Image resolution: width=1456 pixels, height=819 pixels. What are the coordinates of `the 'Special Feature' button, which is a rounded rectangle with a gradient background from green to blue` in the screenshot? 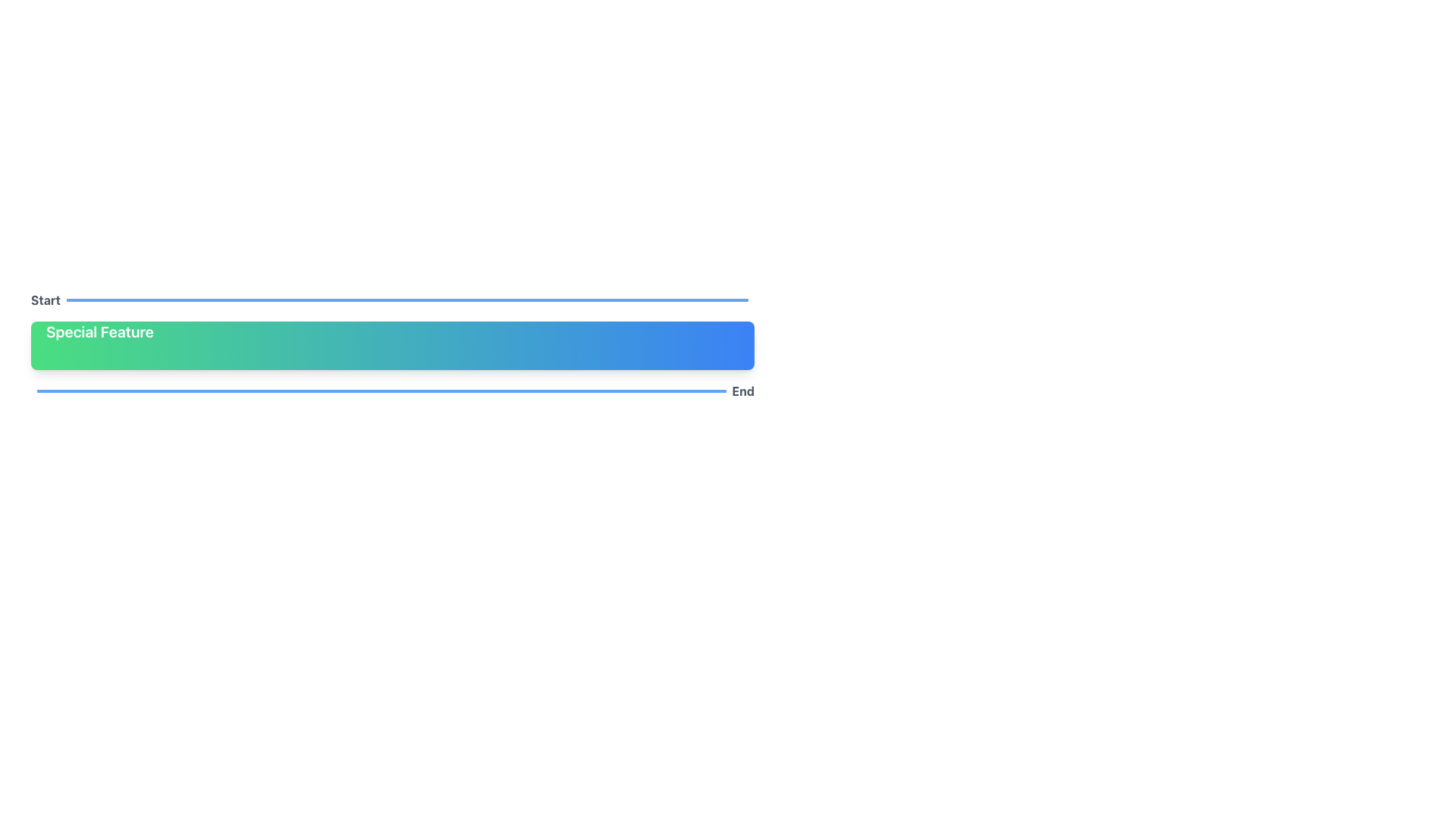 It's located at (393, 345).